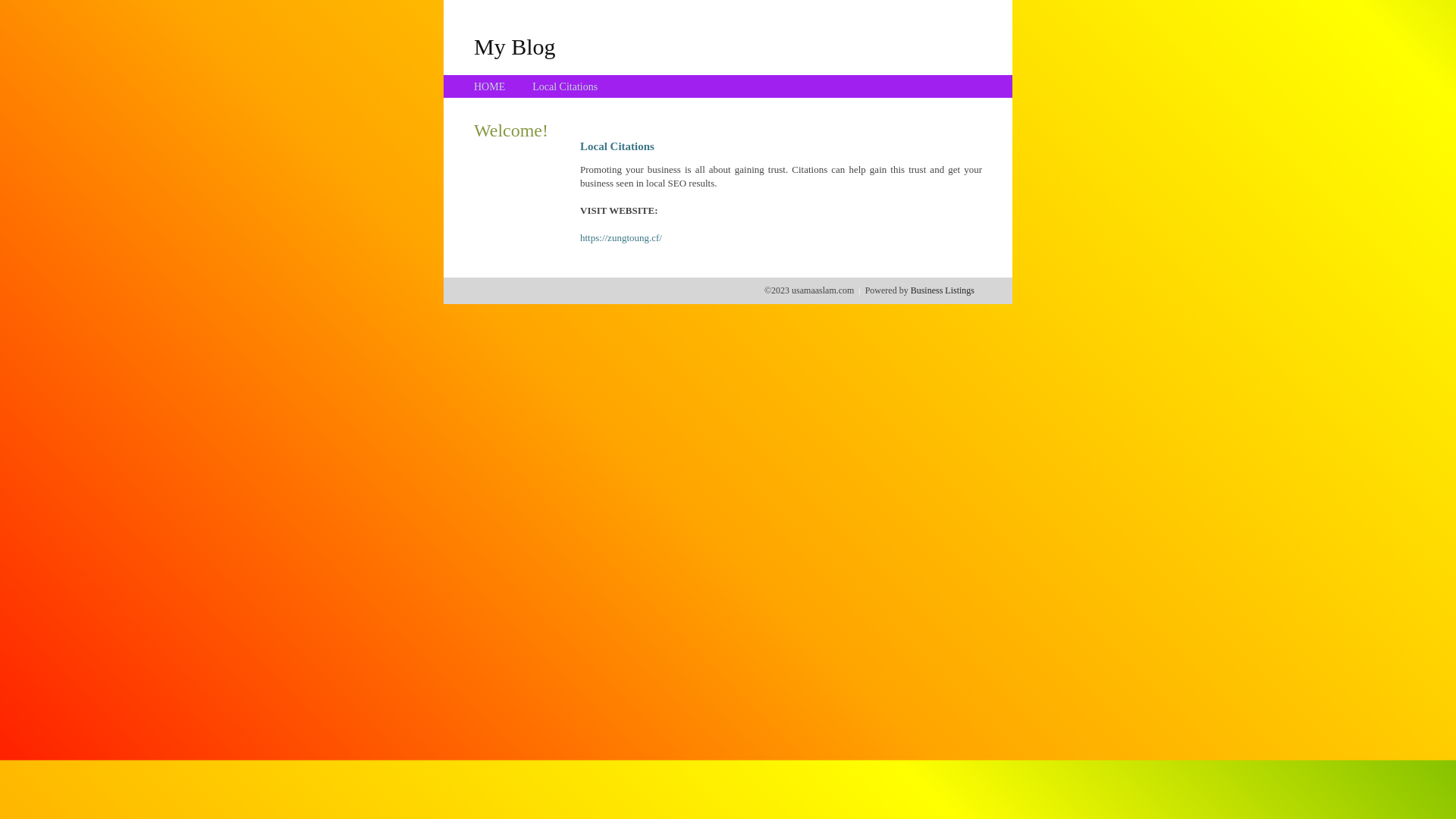  What do you see at coordinates (942, 290) in the screenshot?
I see `'Business Listings'` at bounding box center [942, 290].